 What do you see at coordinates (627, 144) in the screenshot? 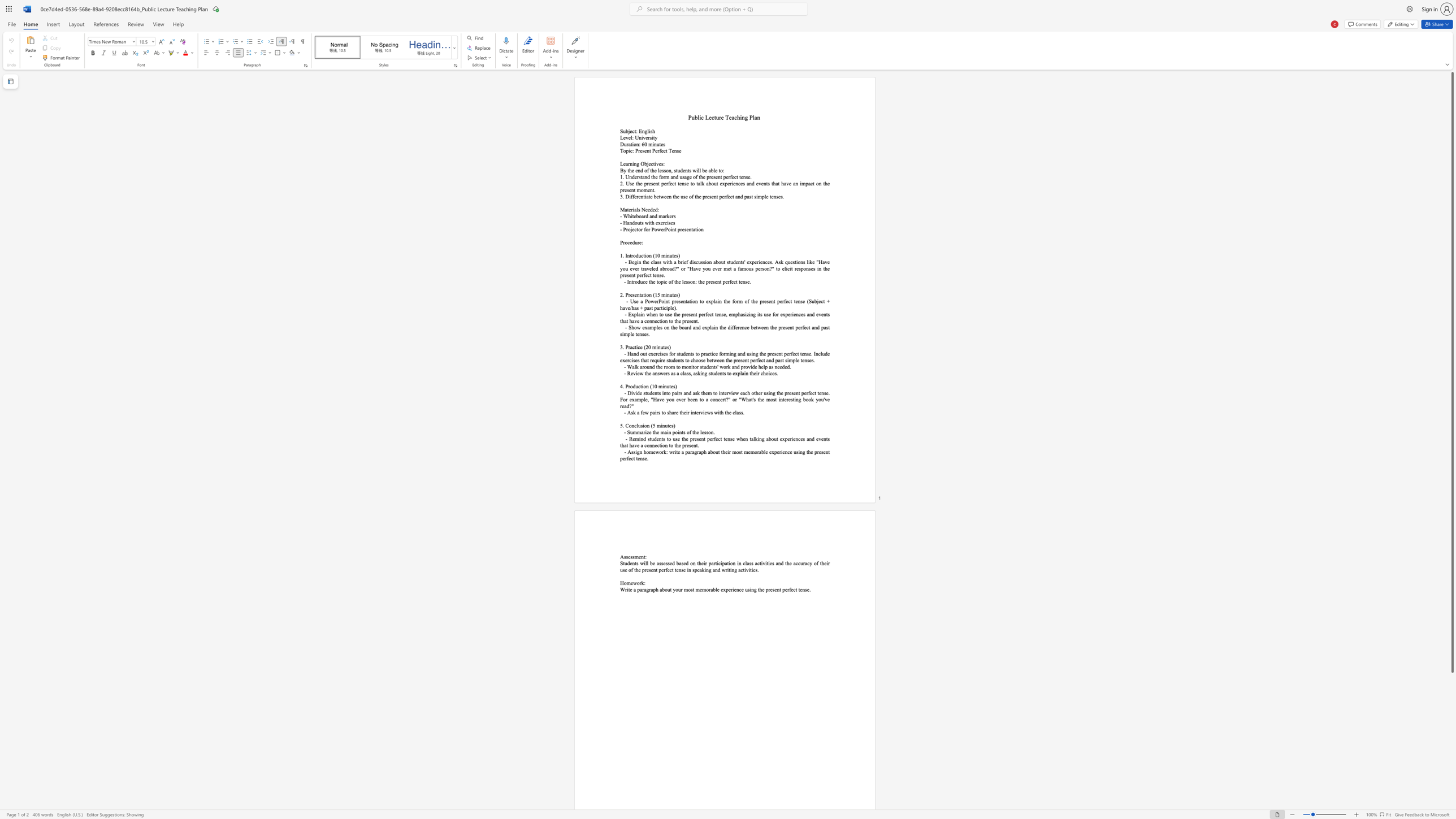
I see `the 1th character "r" in the text` at bounding box center [627, 144].